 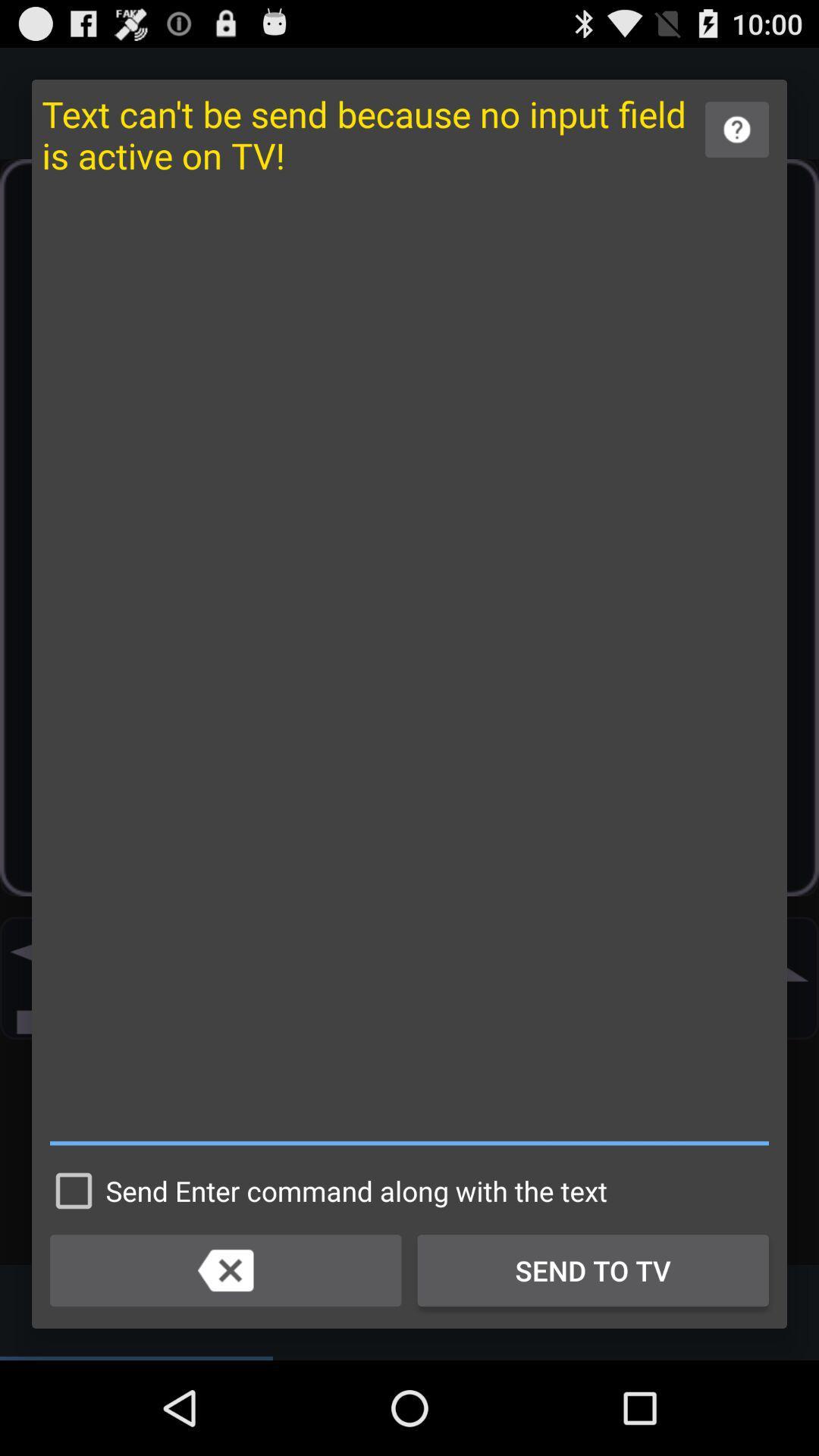 I want to click on send enter command at the bottom, so click(x=324, y=1190).